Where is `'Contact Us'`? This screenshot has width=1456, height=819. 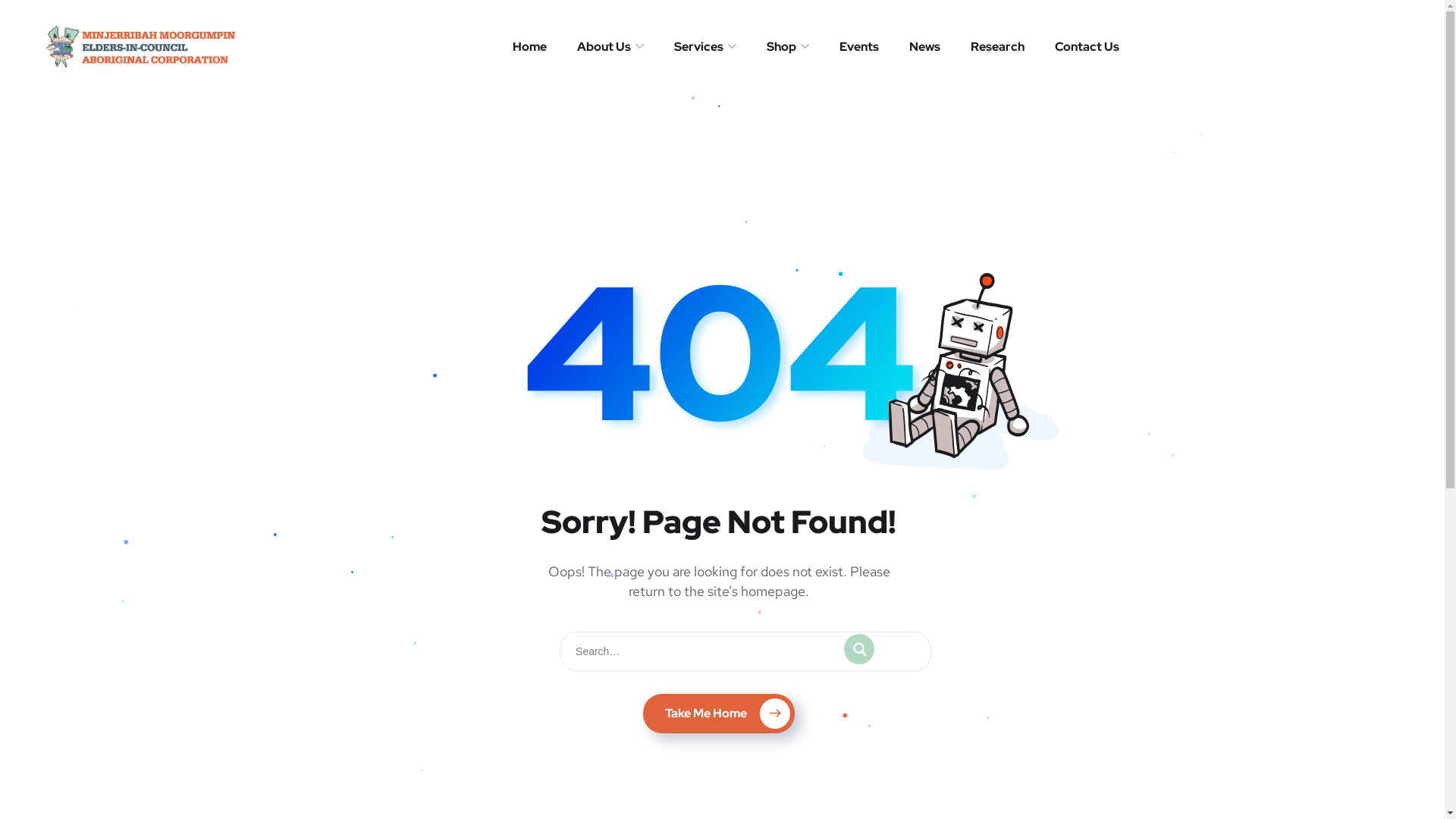
'Contact Us' is located at coordinates (1054, 45).